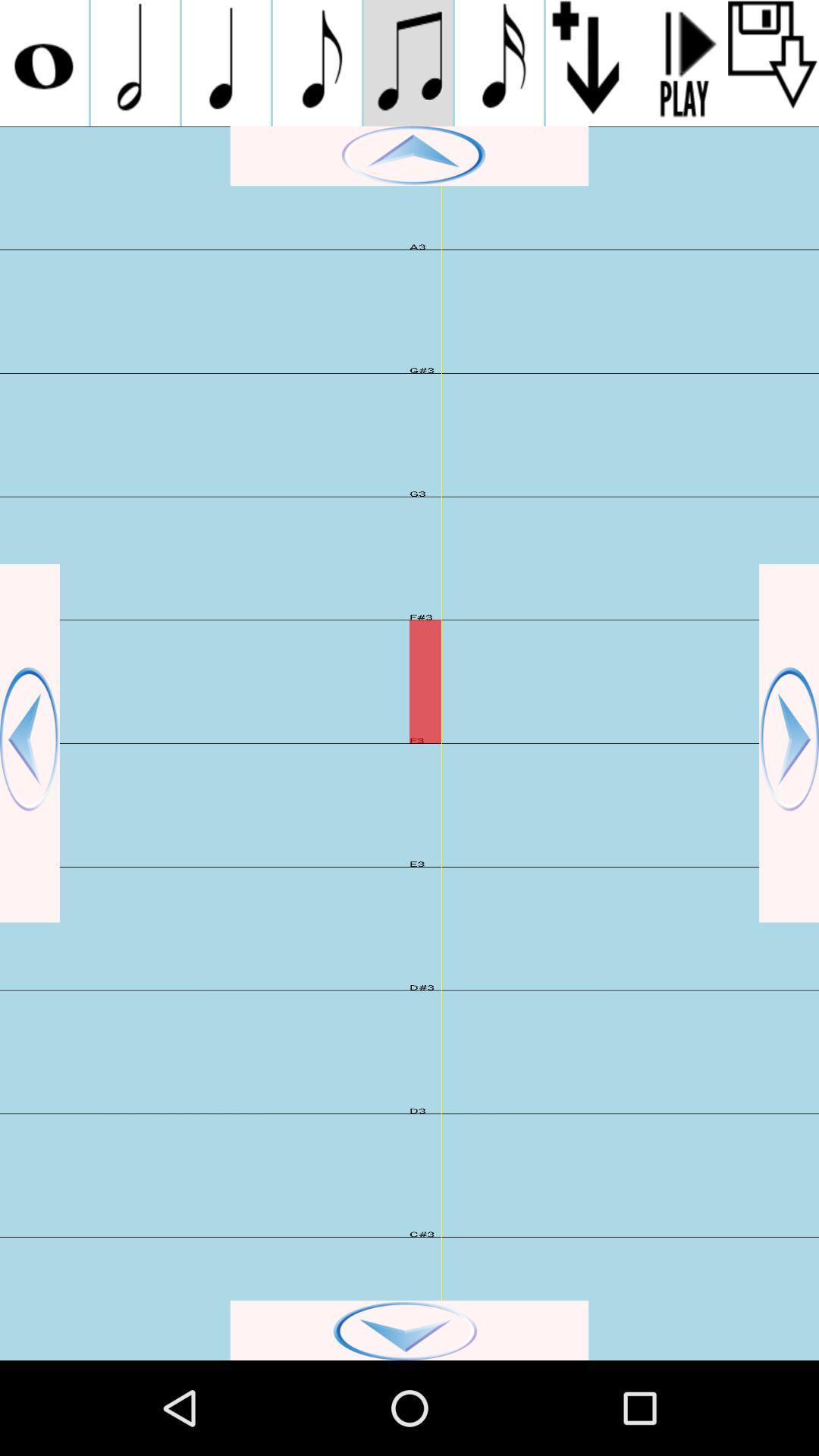  What do you see at coordinates (409, 1329) in the screenshot?
I see `go down` at bounding box center [409, 1329].